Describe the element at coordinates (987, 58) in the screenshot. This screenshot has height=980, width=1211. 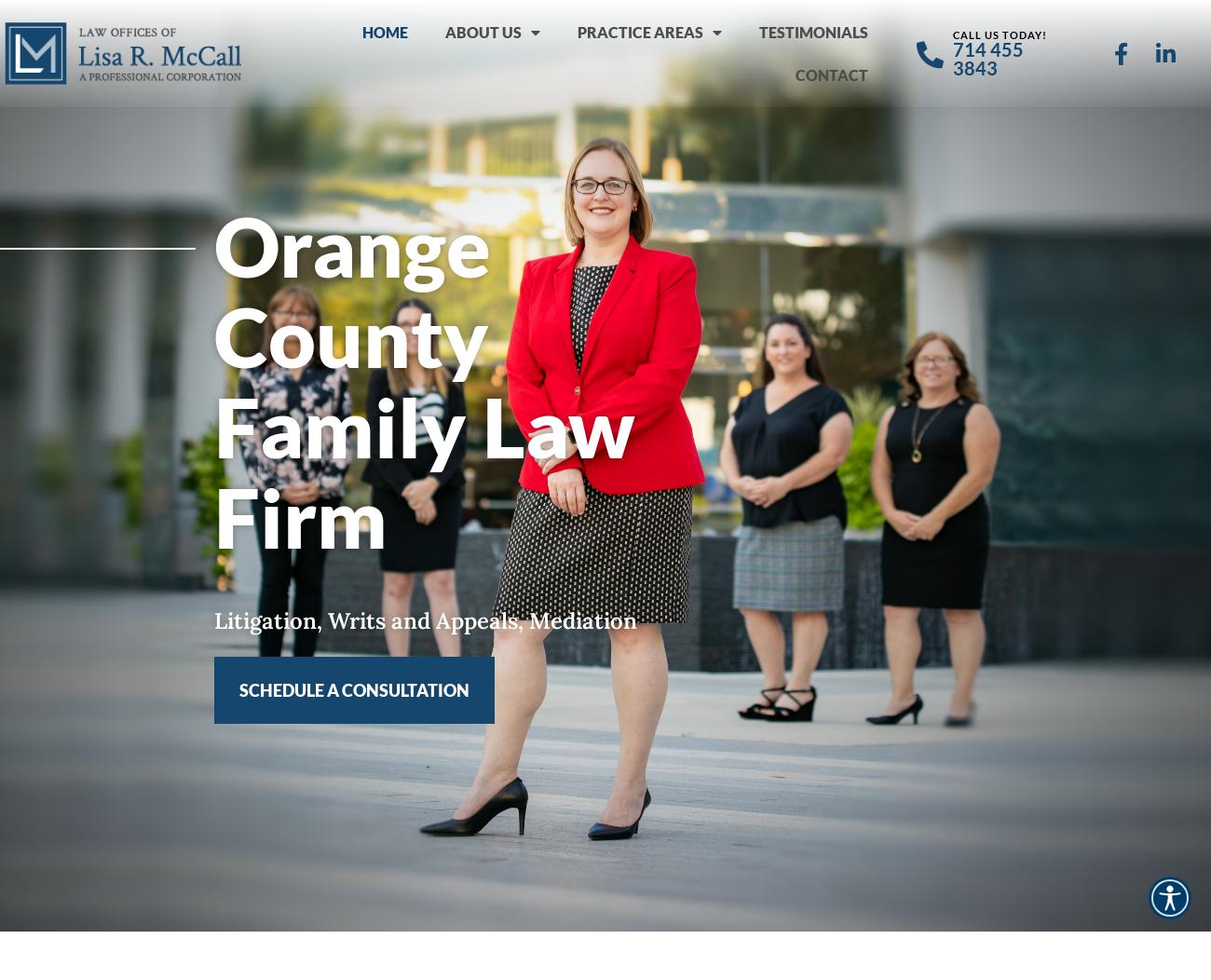
I see `'714 455 3843'` at that location.